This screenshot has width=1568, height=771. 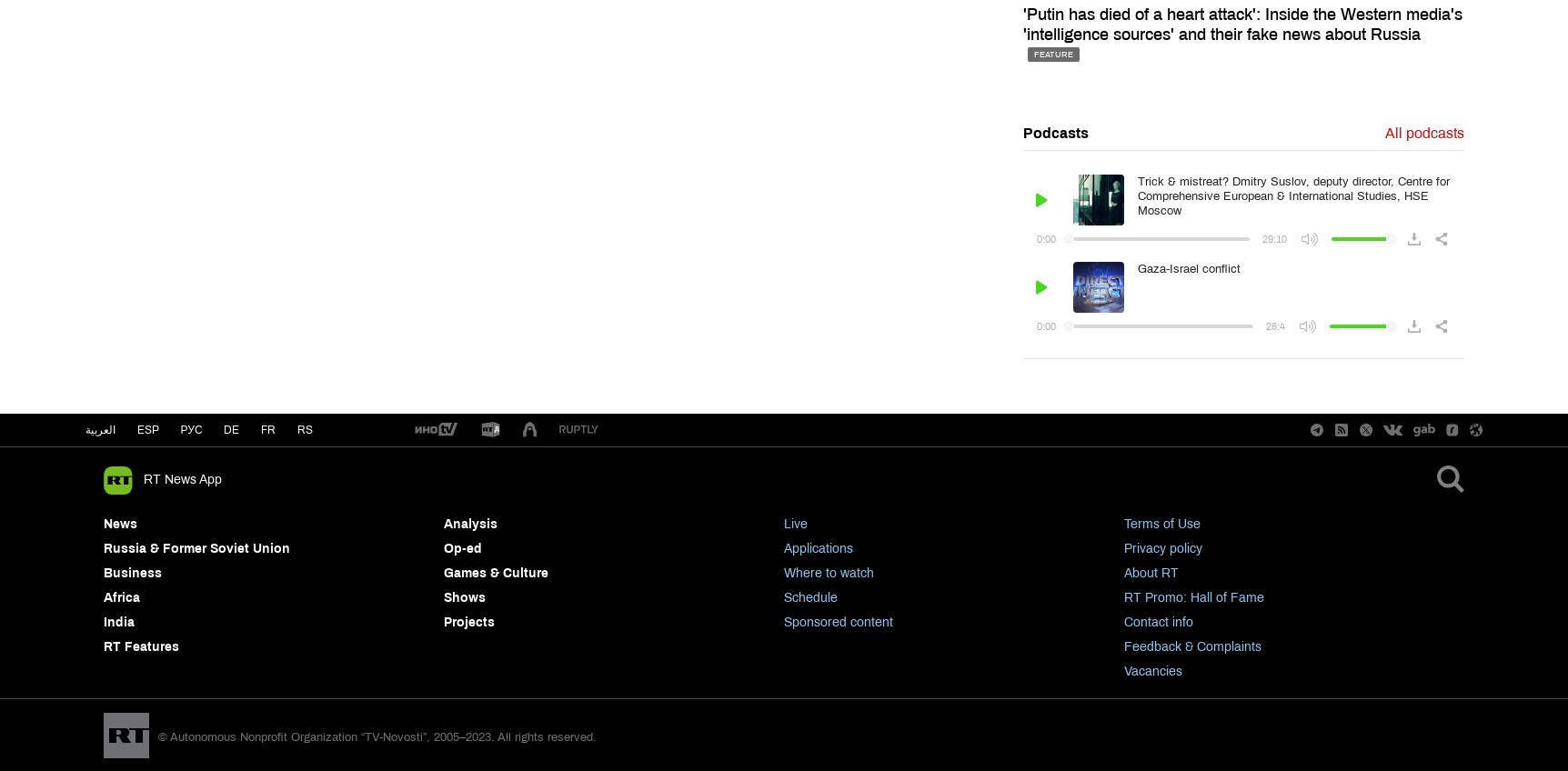 I want to click on 'Africa', so click(x=120, y=596).